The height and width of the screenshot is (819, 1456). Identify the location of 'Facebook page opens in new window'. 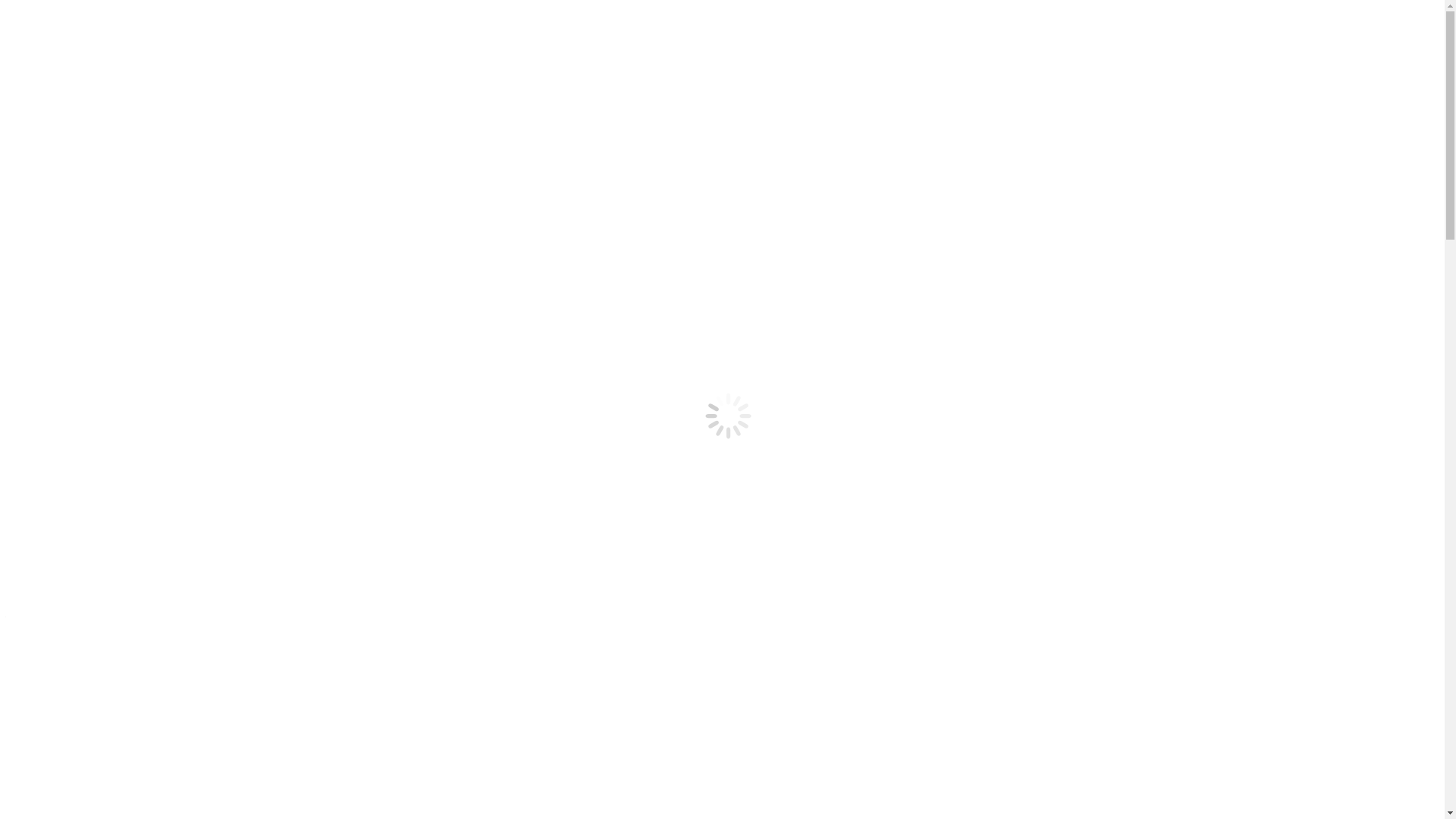
(96, 80).